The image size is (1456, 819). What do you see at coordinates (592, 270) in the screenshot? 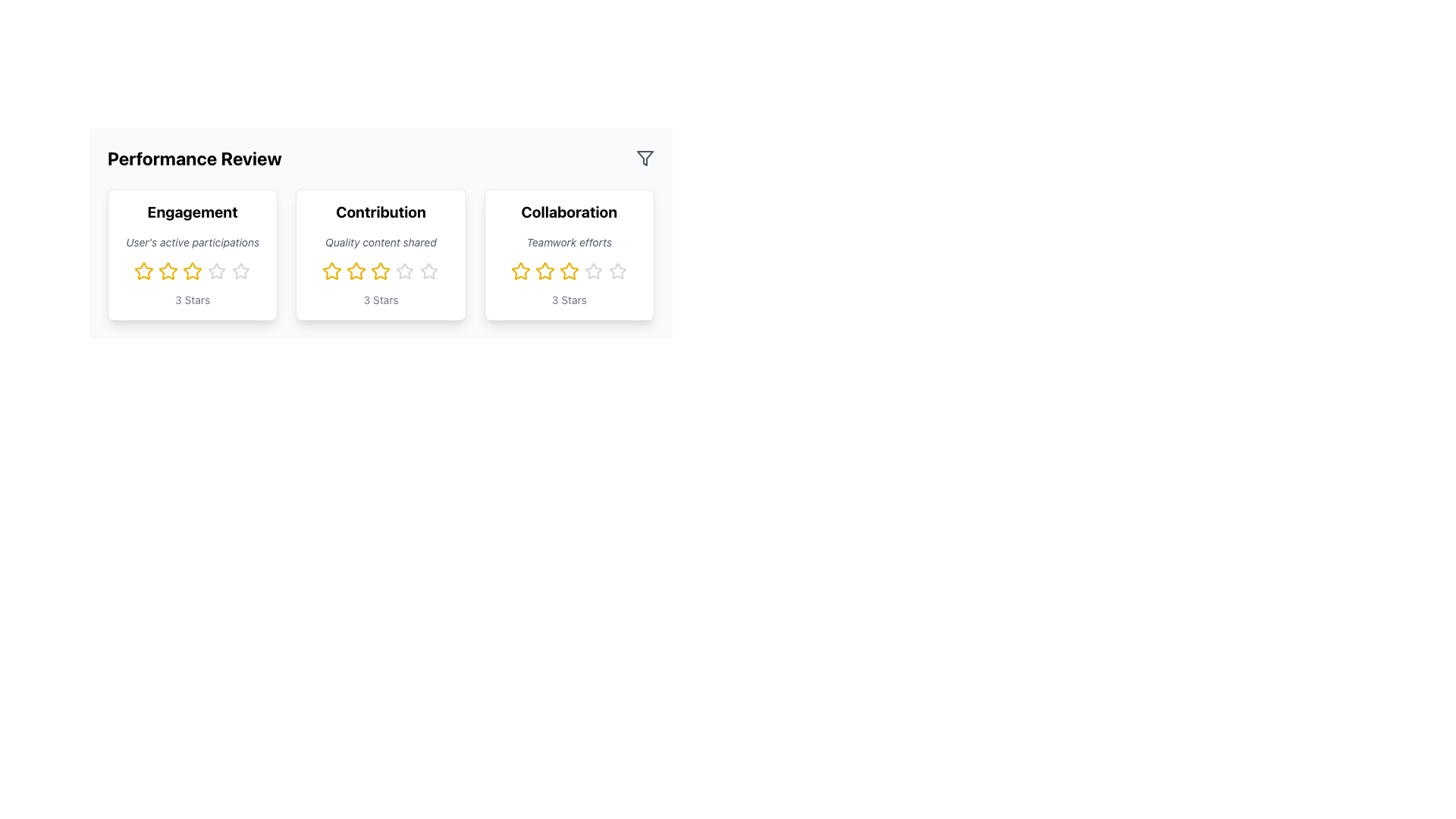
I see `the fourth star in the star rating system for the 'Collaboration' category in the 'Performance Review' section` at bounding box center [592, 270].